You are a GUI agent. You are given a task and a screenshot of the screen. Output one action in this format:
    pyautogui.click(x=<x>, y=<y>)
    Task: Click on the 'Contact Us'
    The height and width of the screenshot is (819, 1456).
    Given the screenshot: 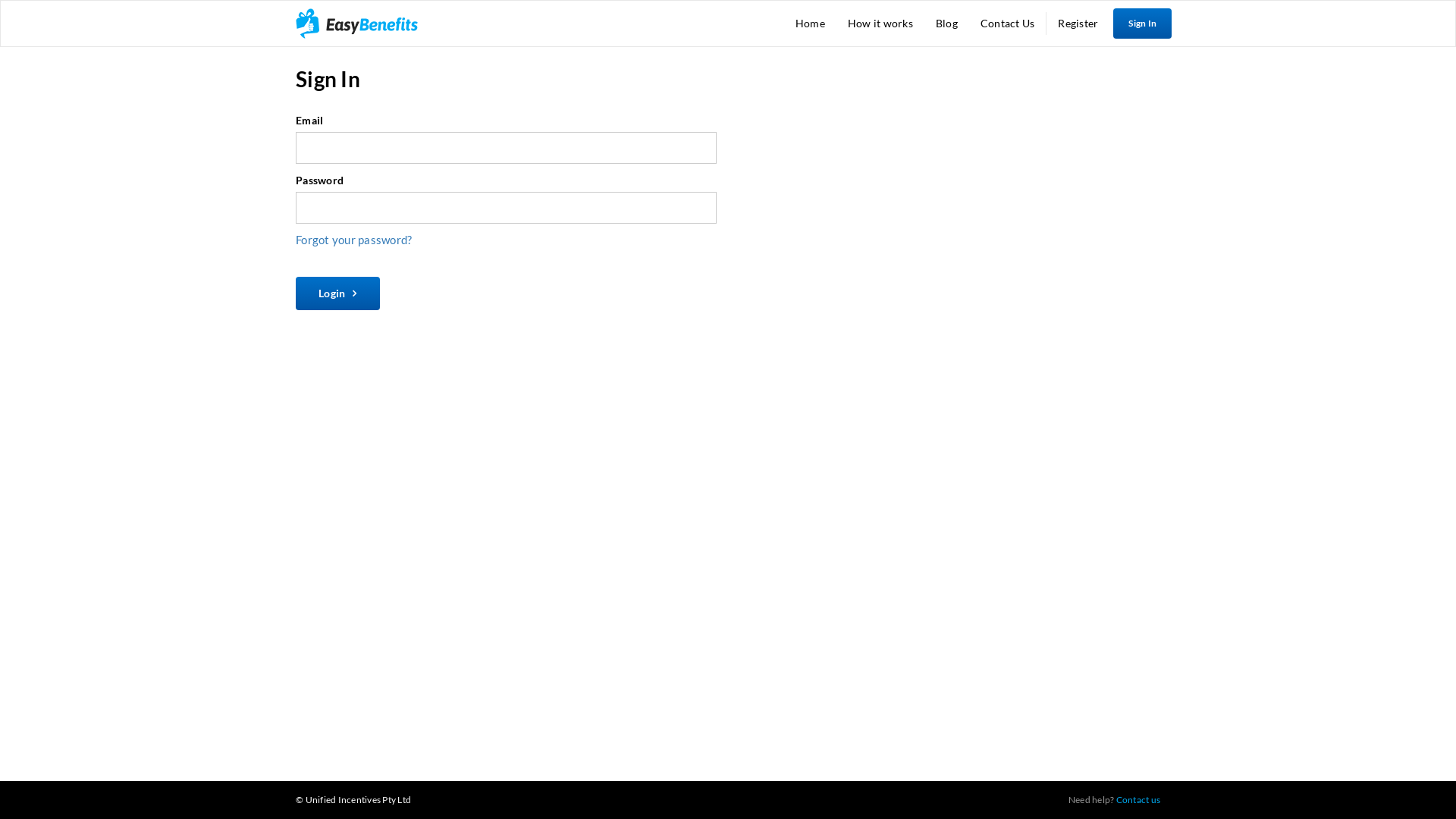 What is the action you would take?
    pyautogui.click(x=1008, y=23)
    